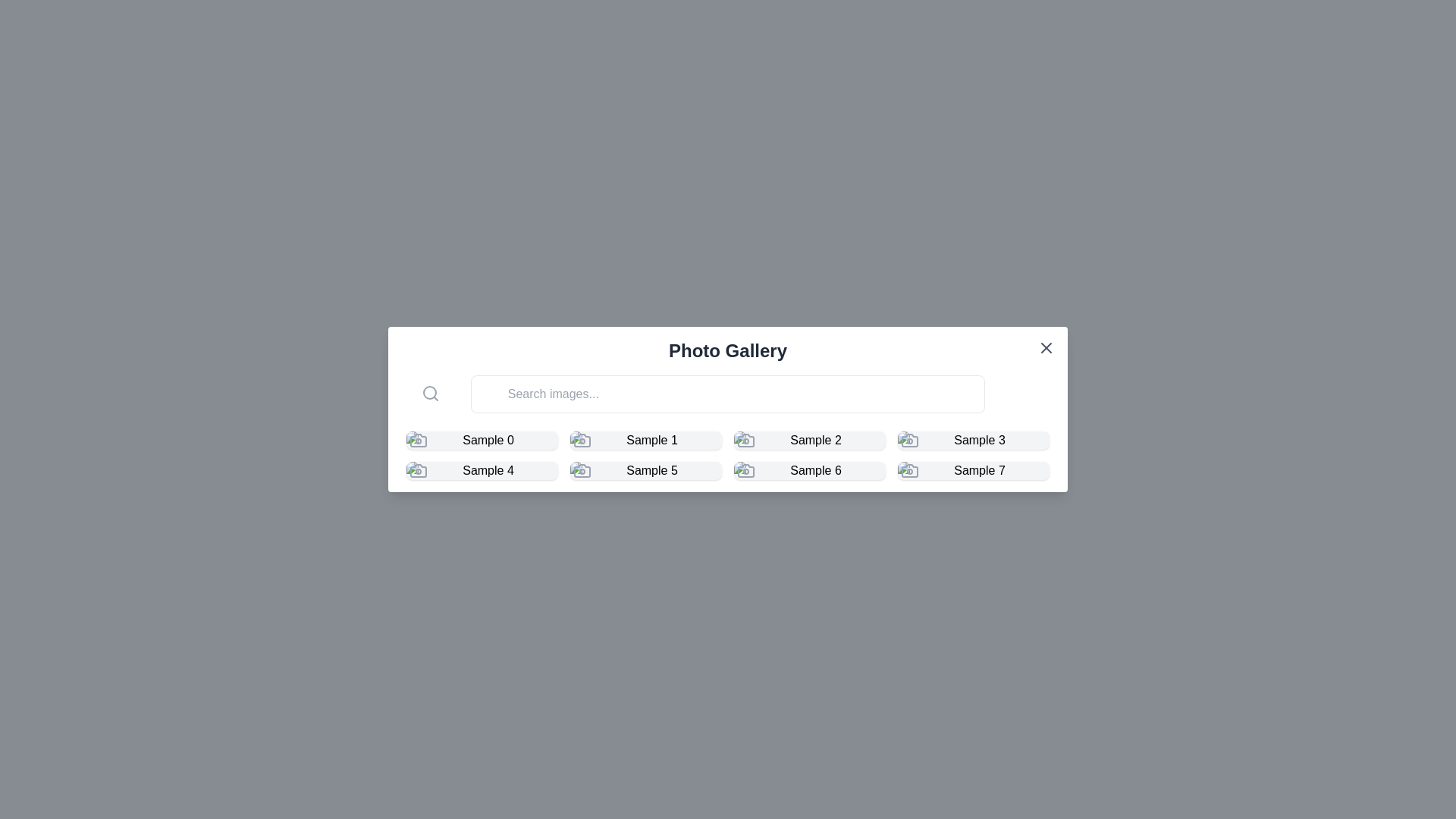  I want to click on camera icon located in the first column of the second row, associated with 'Sample 4', by clicking on it, so click(419, 470).